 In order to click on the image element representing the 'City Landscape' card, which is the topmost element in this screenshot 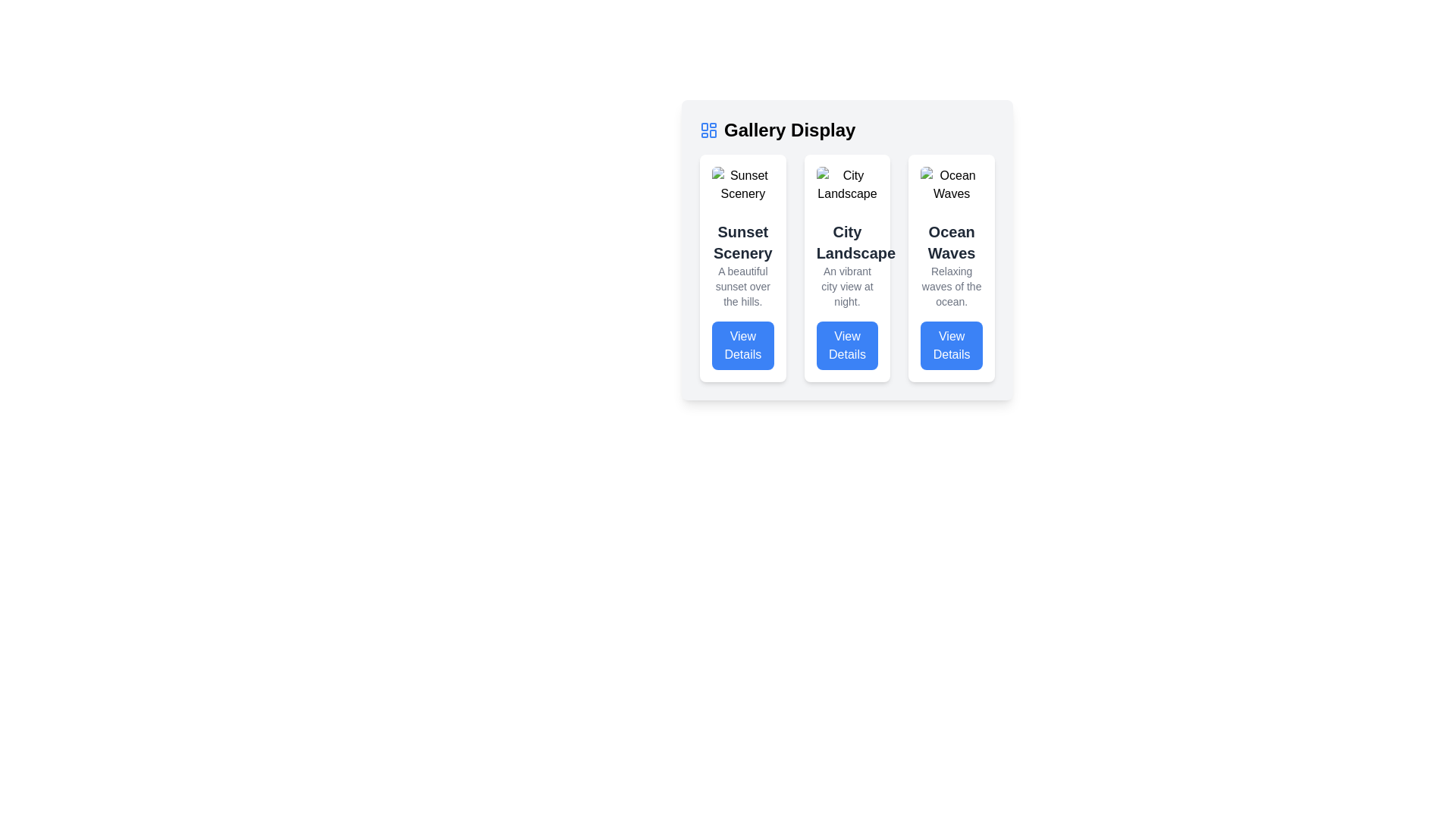, I will do `click(846, 184)`.